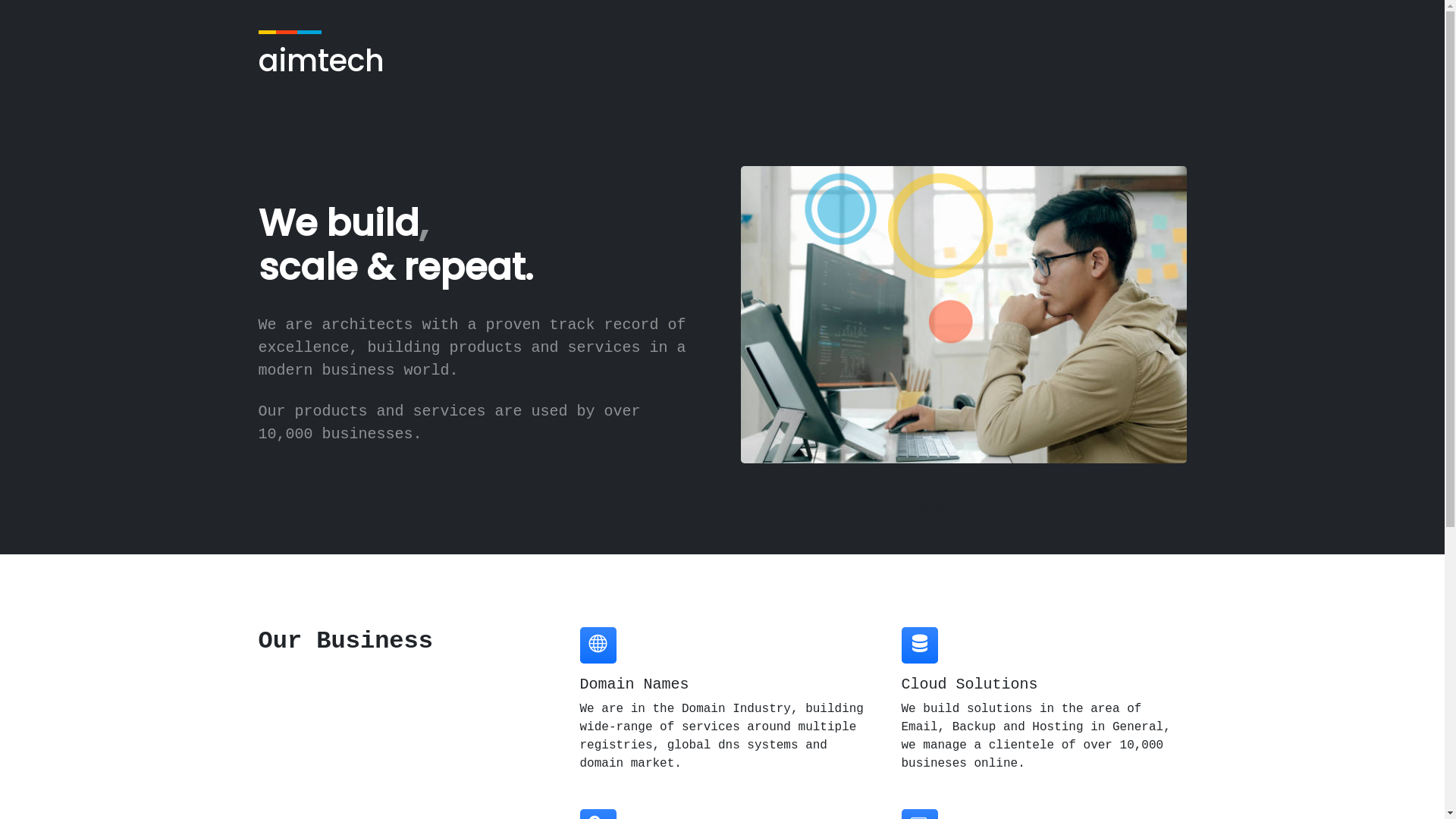  I want to click on 'aimtech', so click(258, 58).